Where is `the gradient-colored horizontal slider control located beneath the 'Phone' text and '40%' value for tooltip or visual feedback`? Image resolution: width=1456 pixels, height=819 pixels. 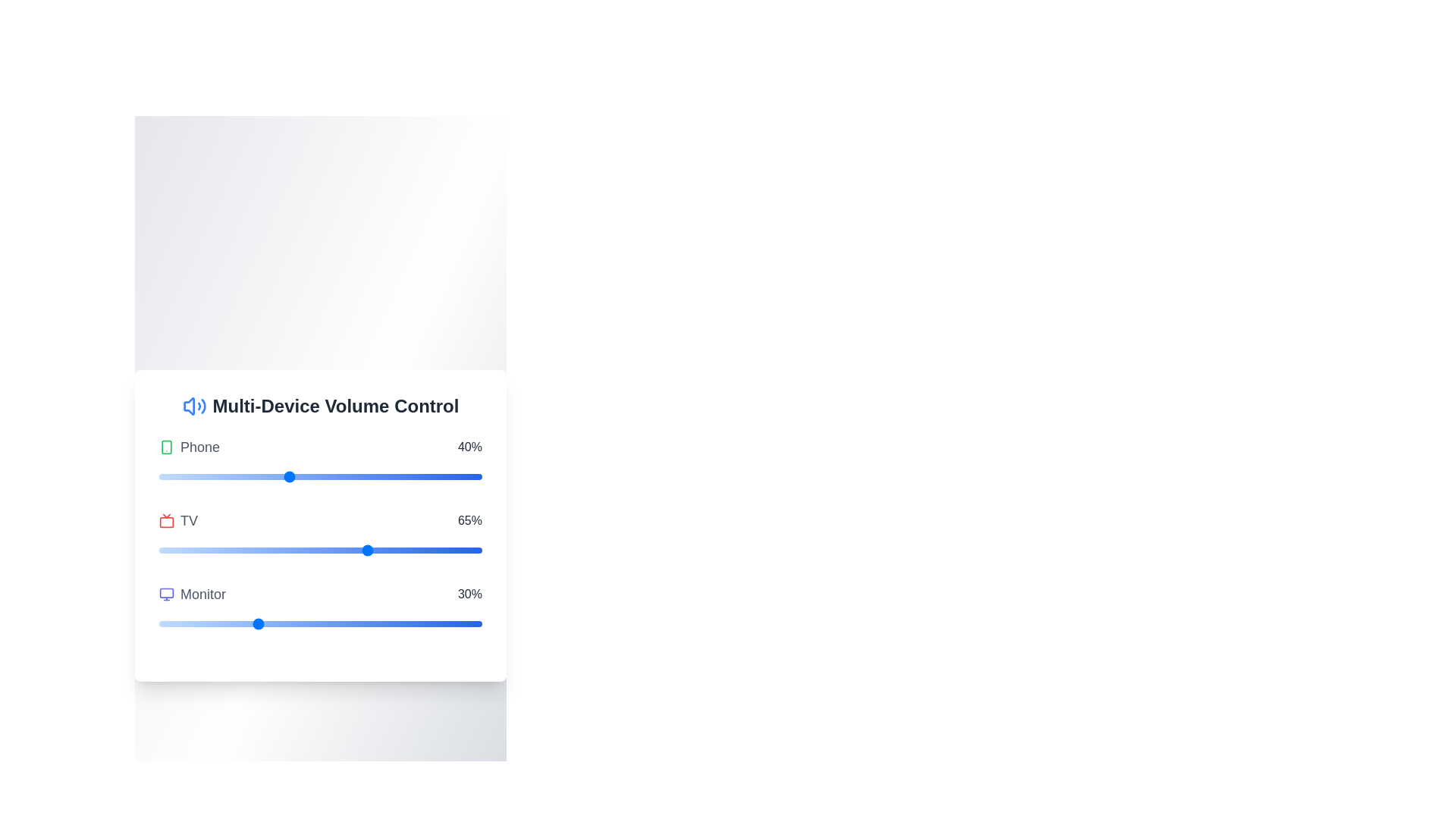 the gradient-colored horizontal slider control located beneath the 'Phone' text and '40%' value for tooltip or visual feedback is located at coordinates (319, 475).